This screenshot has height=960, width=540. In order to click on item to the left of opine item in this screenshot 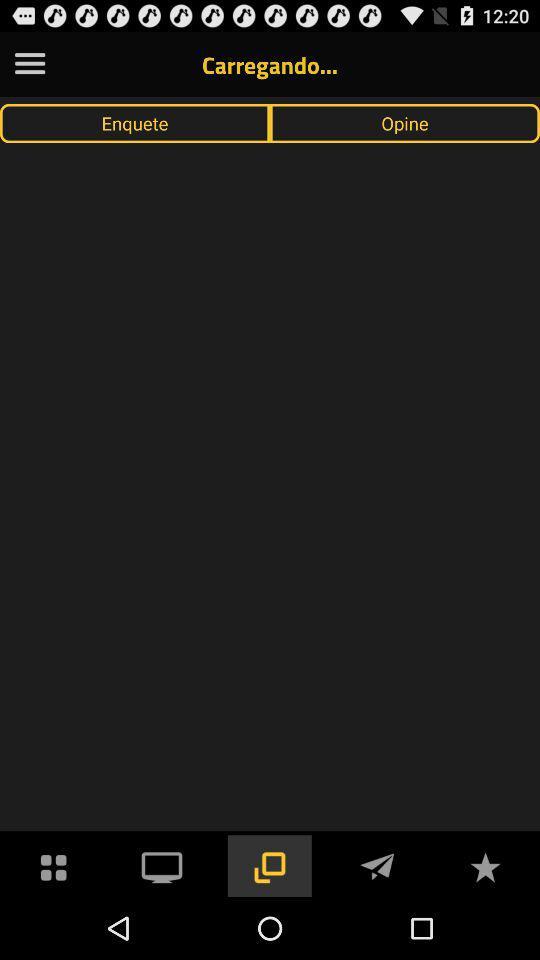, I will do `click(135, 122)`.